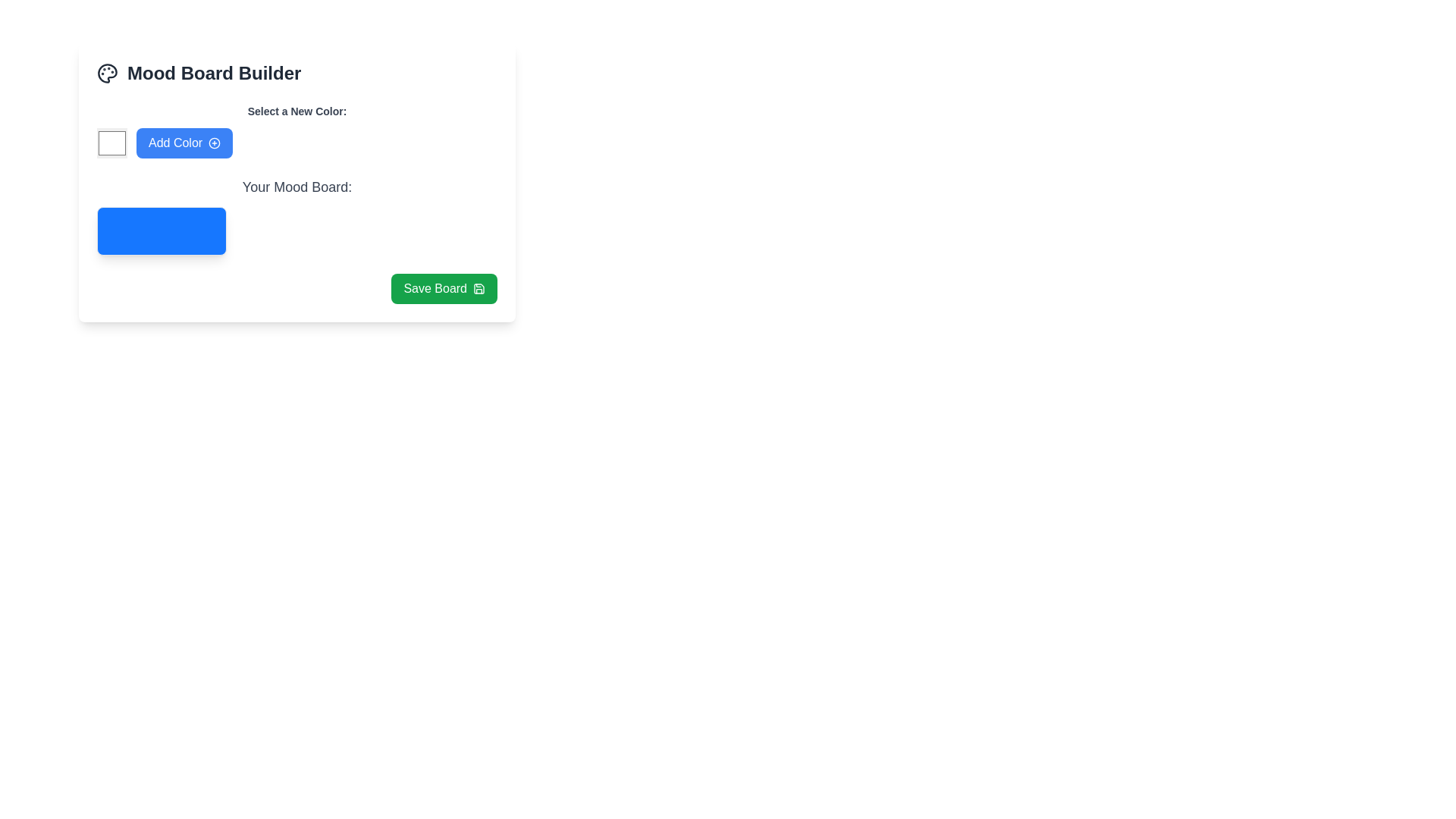  What do you see at coordinates (297, 186) in the screenshot?
I see `the static text label that serves as a header for the mood board section, located centrally beneath the 'Add Color' button` at bounding box center [297, 186].